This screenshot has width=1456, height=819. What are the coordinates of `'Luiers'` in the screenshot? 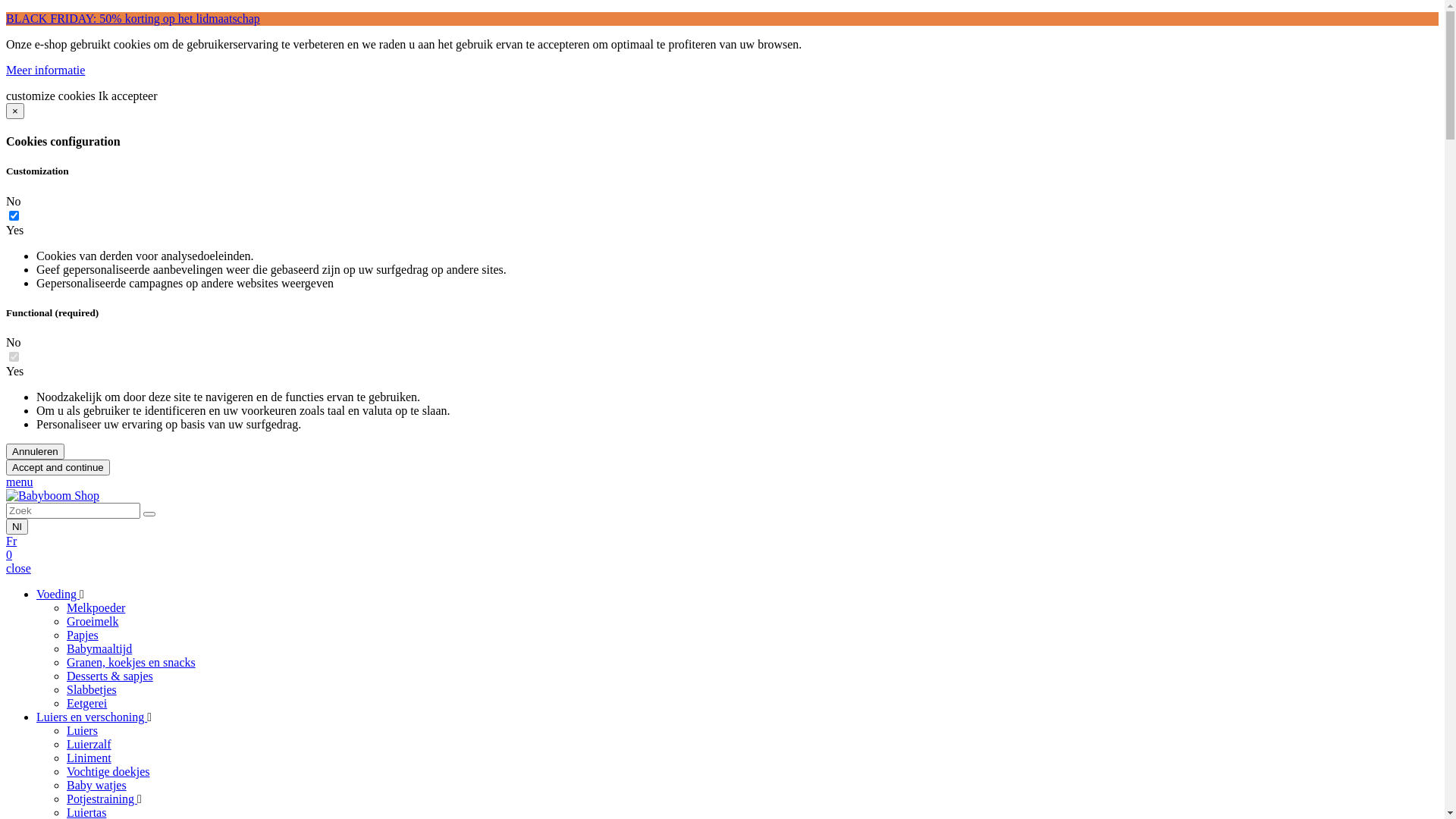 It's located at (81, 730).